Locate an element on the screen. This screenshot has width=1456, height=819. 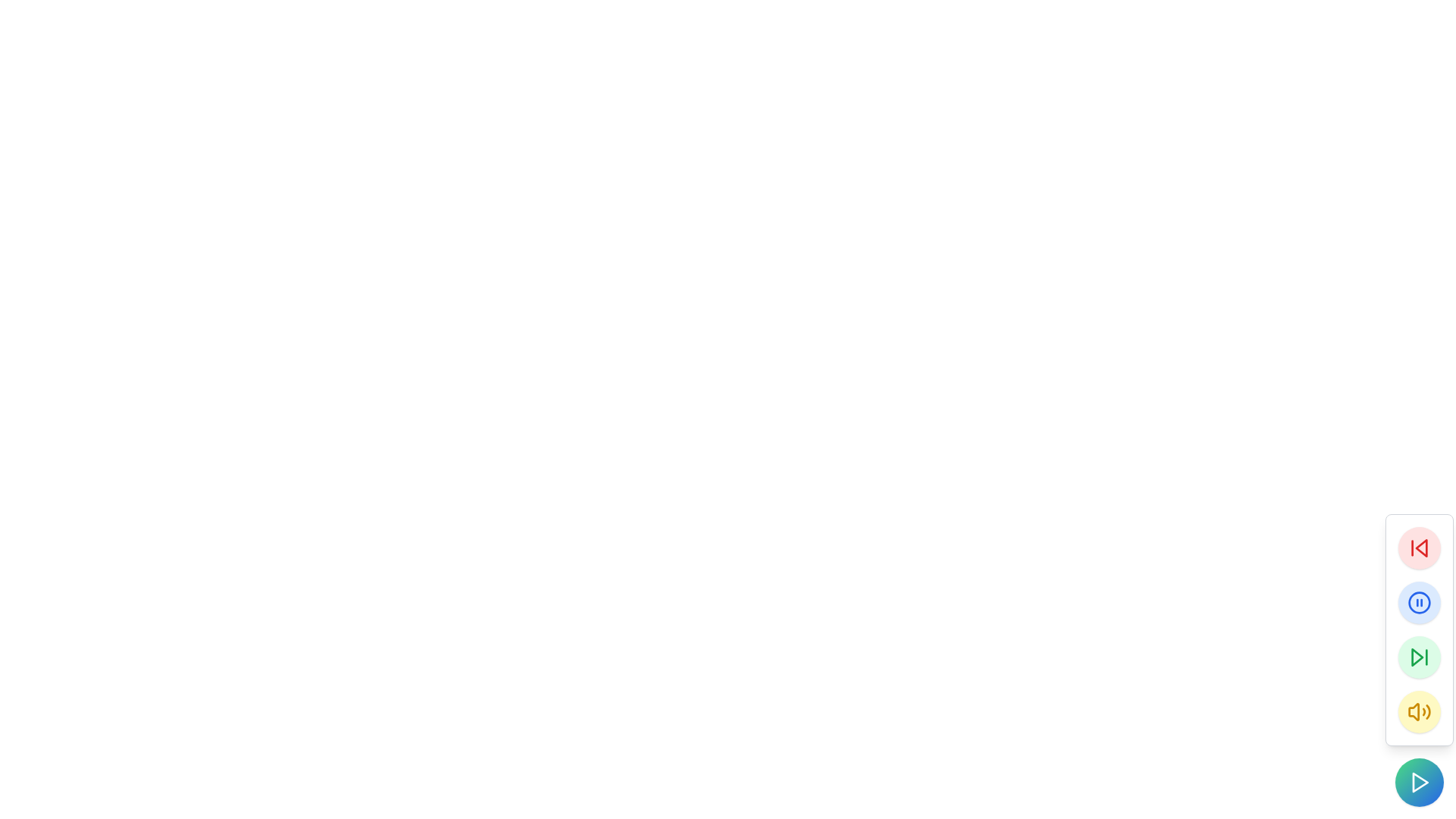
the pause button located centrally in the vertical stack, third from the top, between the red skip-back button and the green skip-forward button is located at coordinates (1419, 601).